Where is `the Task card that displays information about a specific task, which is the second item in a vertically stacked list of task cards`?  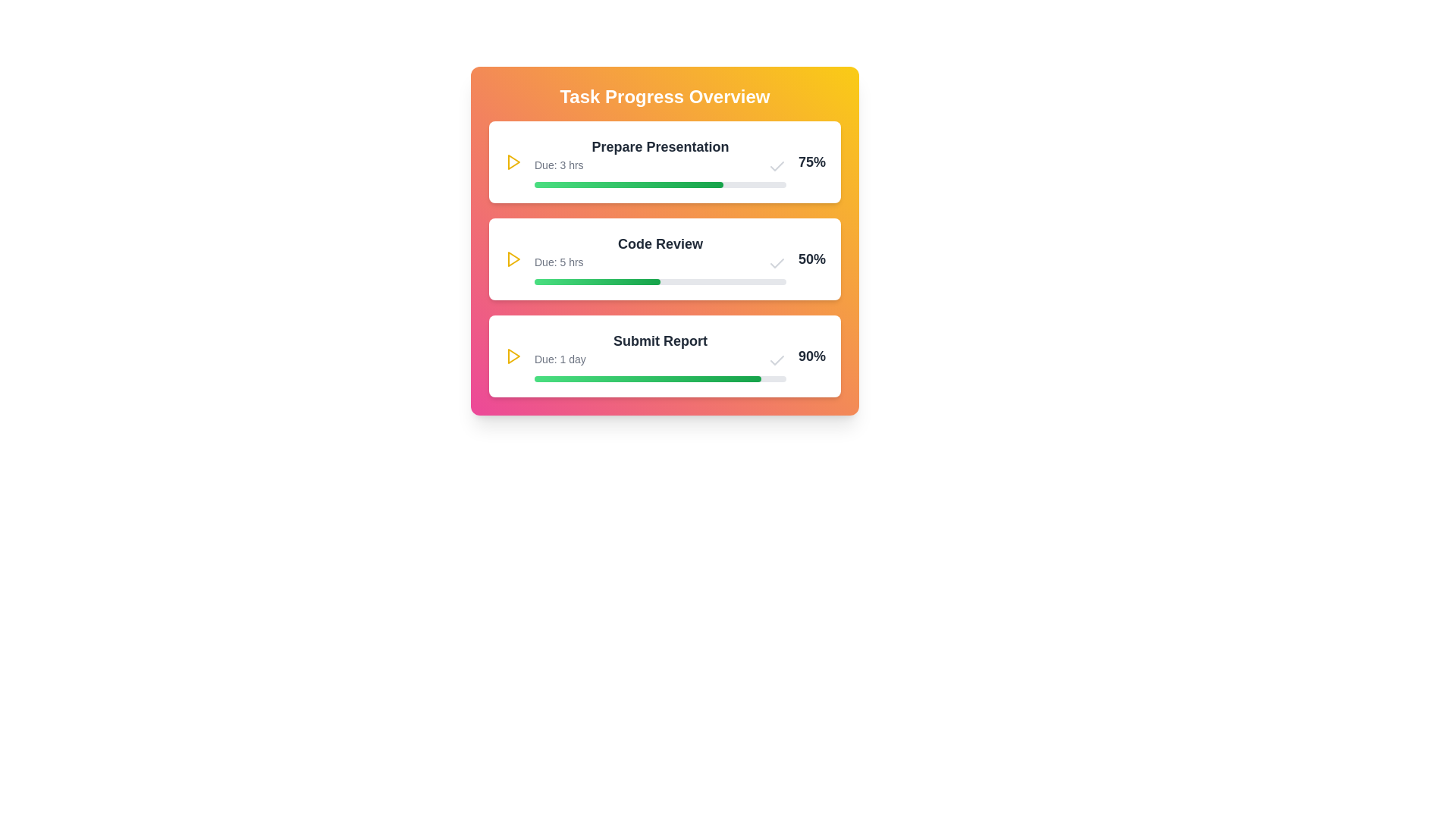 the Task card that displays information about a specific task, which is the second item in a vertically stacked list of task cards is located at coordinates (665, 259).